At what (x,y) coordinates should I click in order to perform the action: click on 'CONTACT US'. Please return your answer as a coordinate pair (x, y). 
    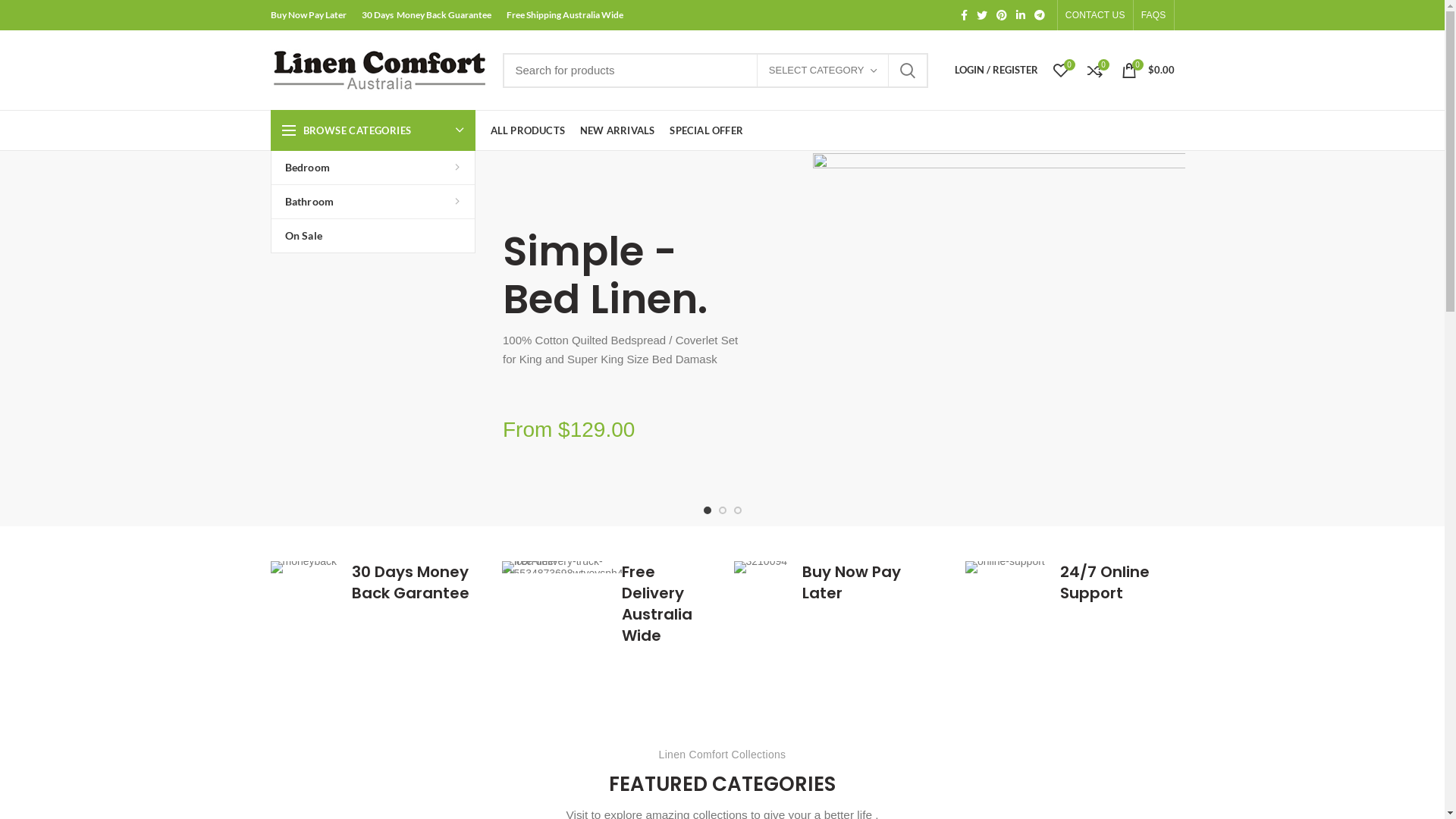
    Looking at the image, I should click on (1095, 14).